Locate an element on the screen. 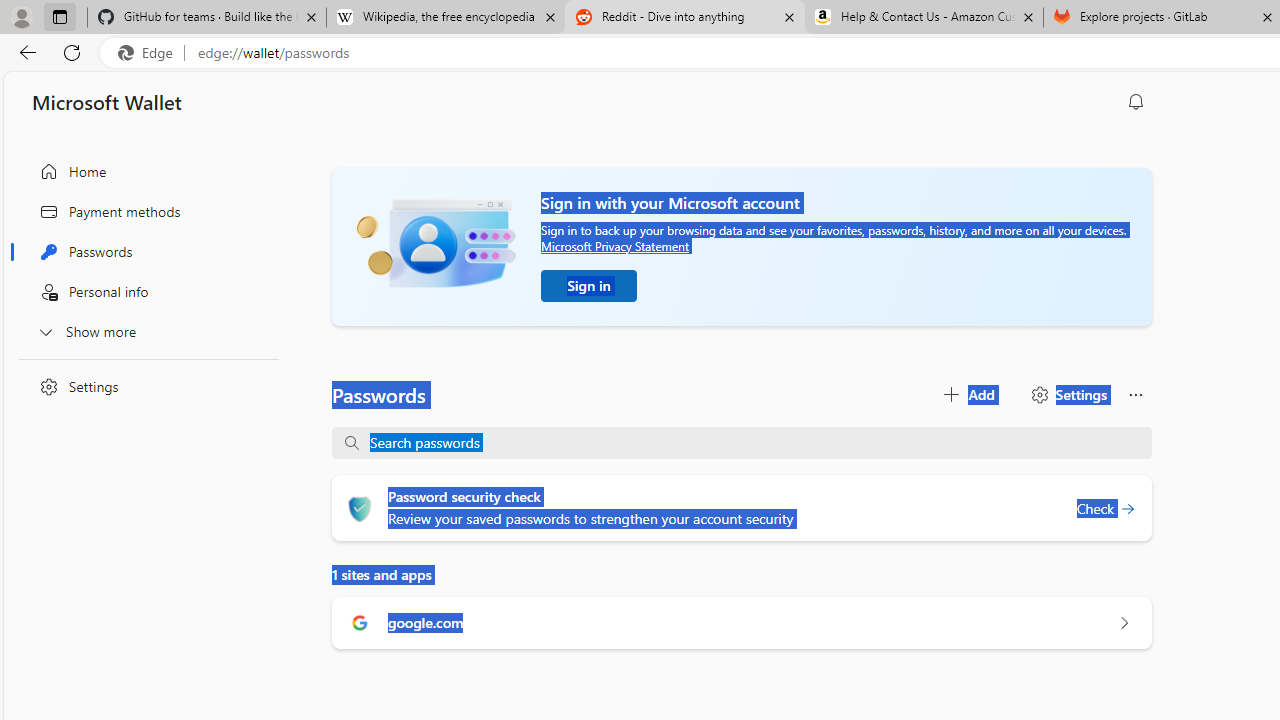 This screenshot has height=720, width=1280. 'Personal info' is located at coordinates (143, 292).